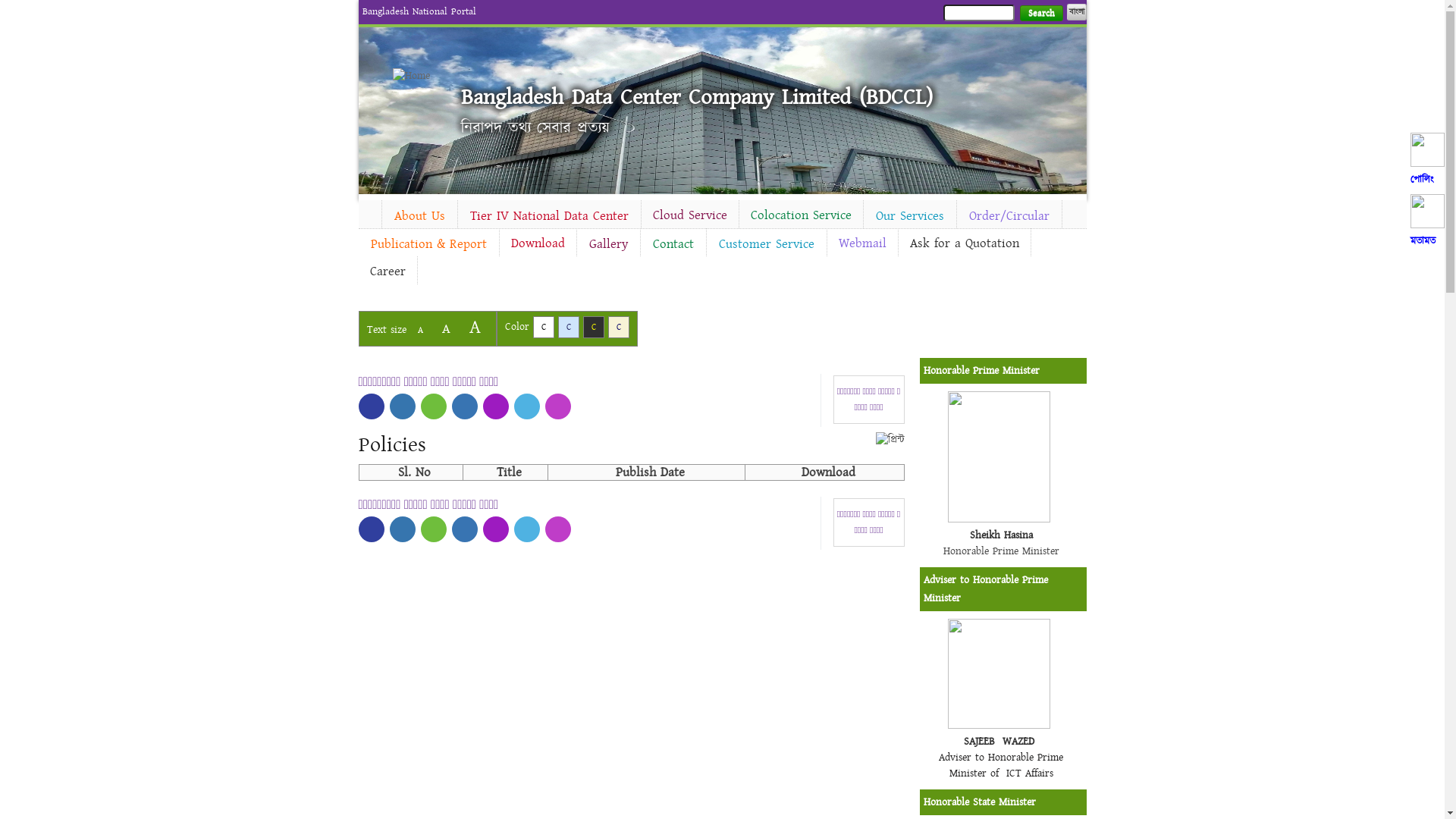  Describe the element at coordinates (419, 76) in the screenshot. I see `'Home'` at that location.